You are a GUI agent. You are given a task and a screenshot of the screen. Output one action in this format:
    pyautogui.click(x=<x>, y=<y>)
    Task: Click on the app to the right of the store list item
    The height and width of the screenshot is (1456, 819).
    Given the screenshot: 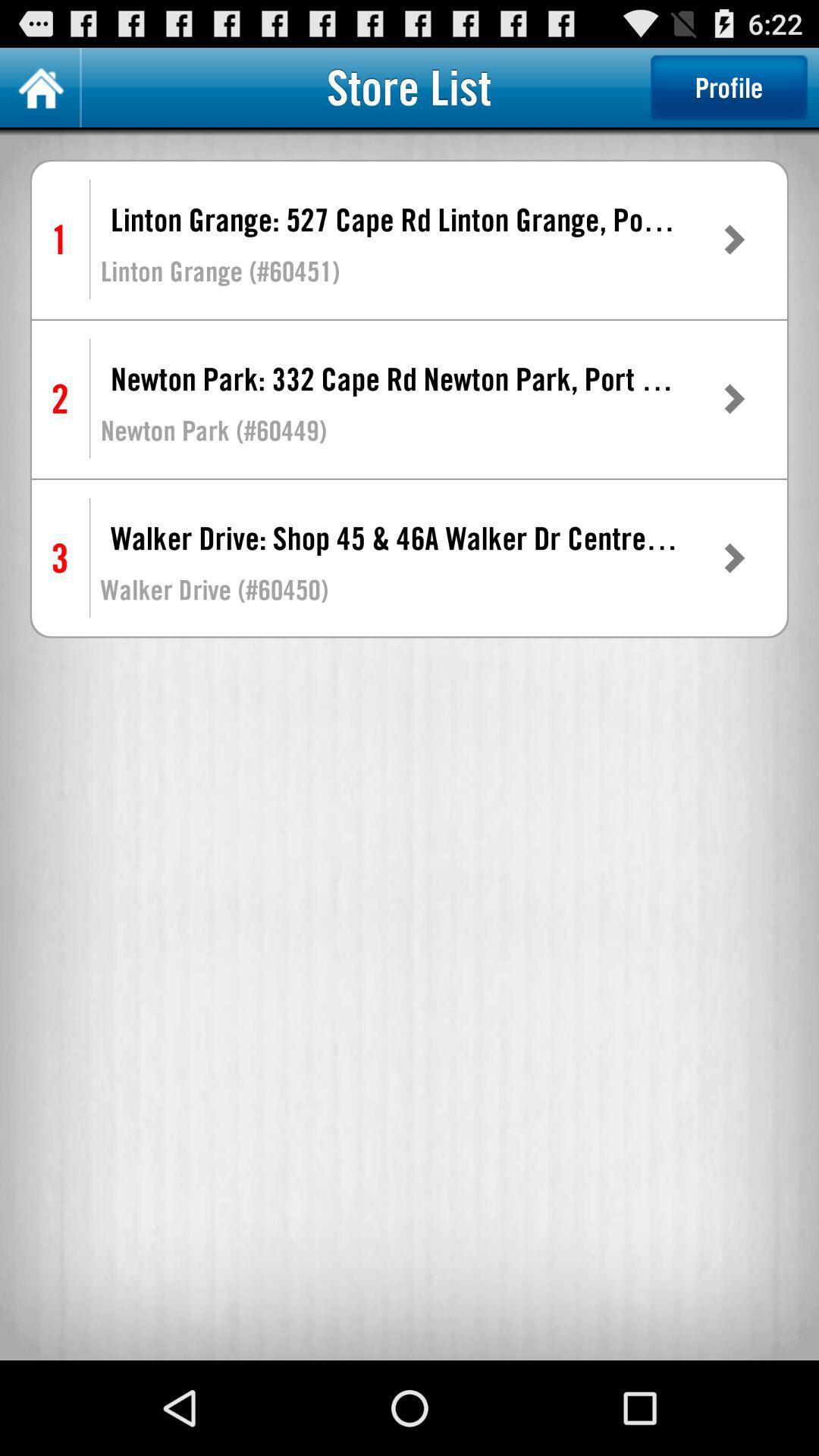 What is the action you would take?
    pyautogui.click(x=728, y=86)
    